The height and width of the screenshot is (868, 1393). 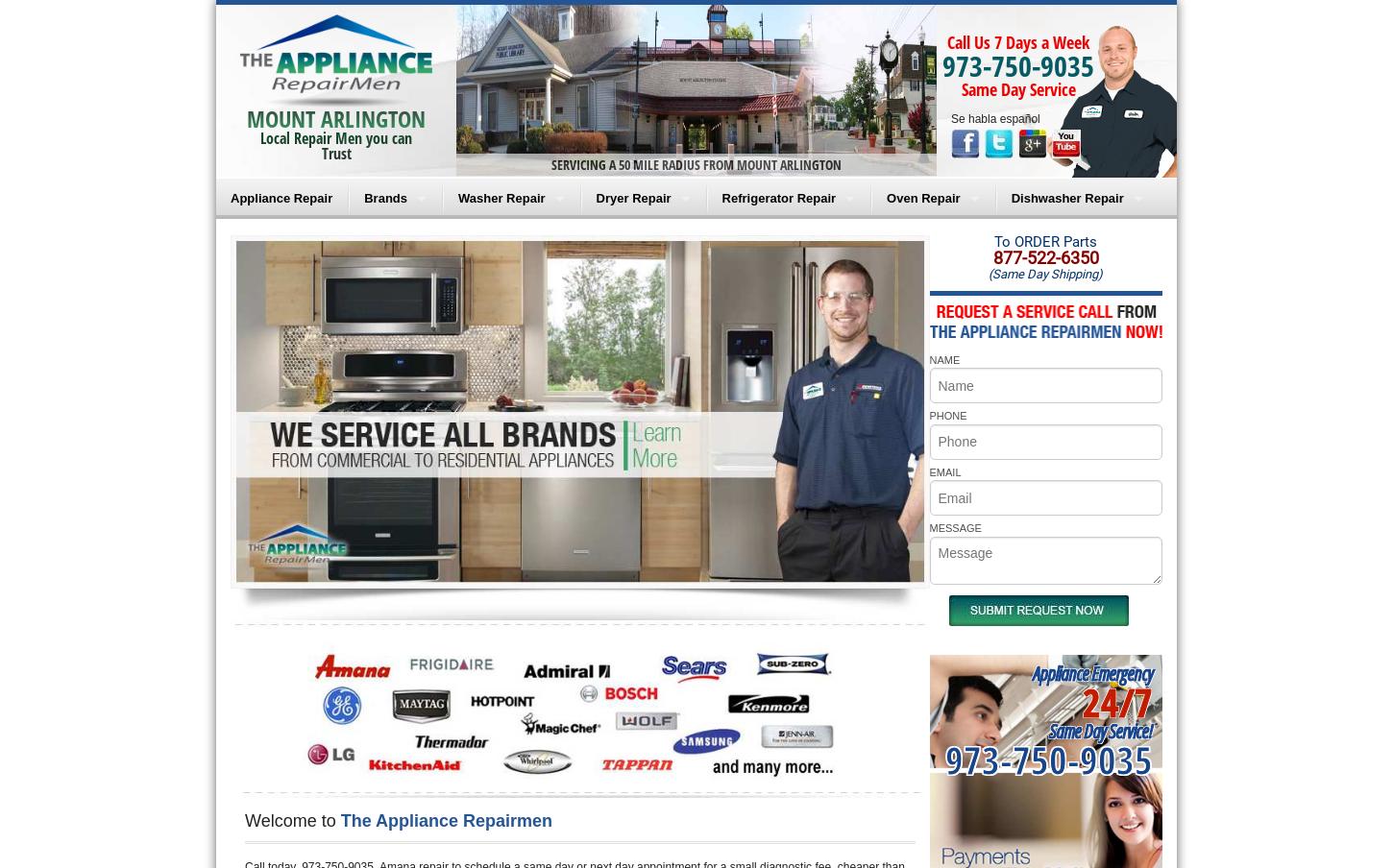 What do you see at coordinates (1099, 730) in the screenshot?
I see `'Same Day Service!'` at bounding box center [1099, 730].